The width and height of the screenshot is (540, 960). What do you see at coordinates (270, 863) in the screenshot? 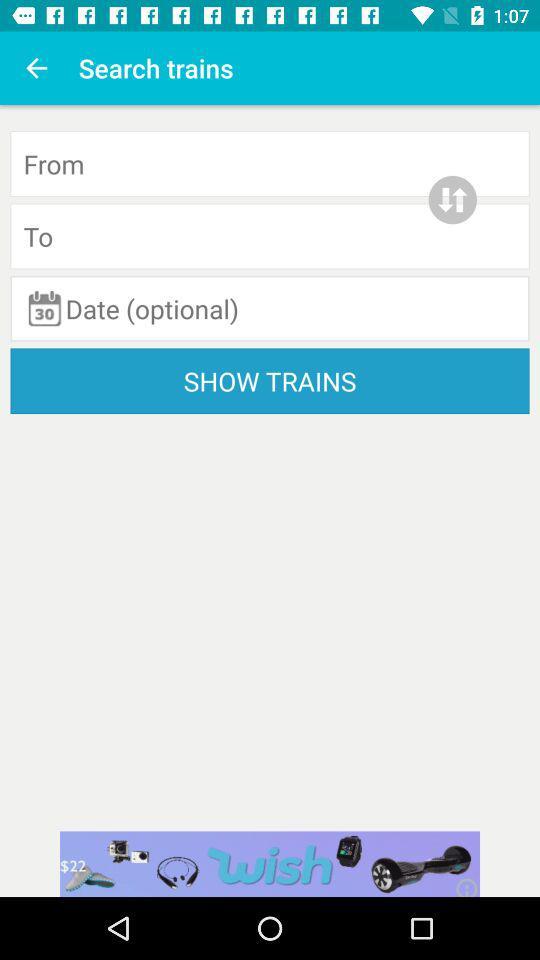
I see `share article` at bounding box center [270, 863].